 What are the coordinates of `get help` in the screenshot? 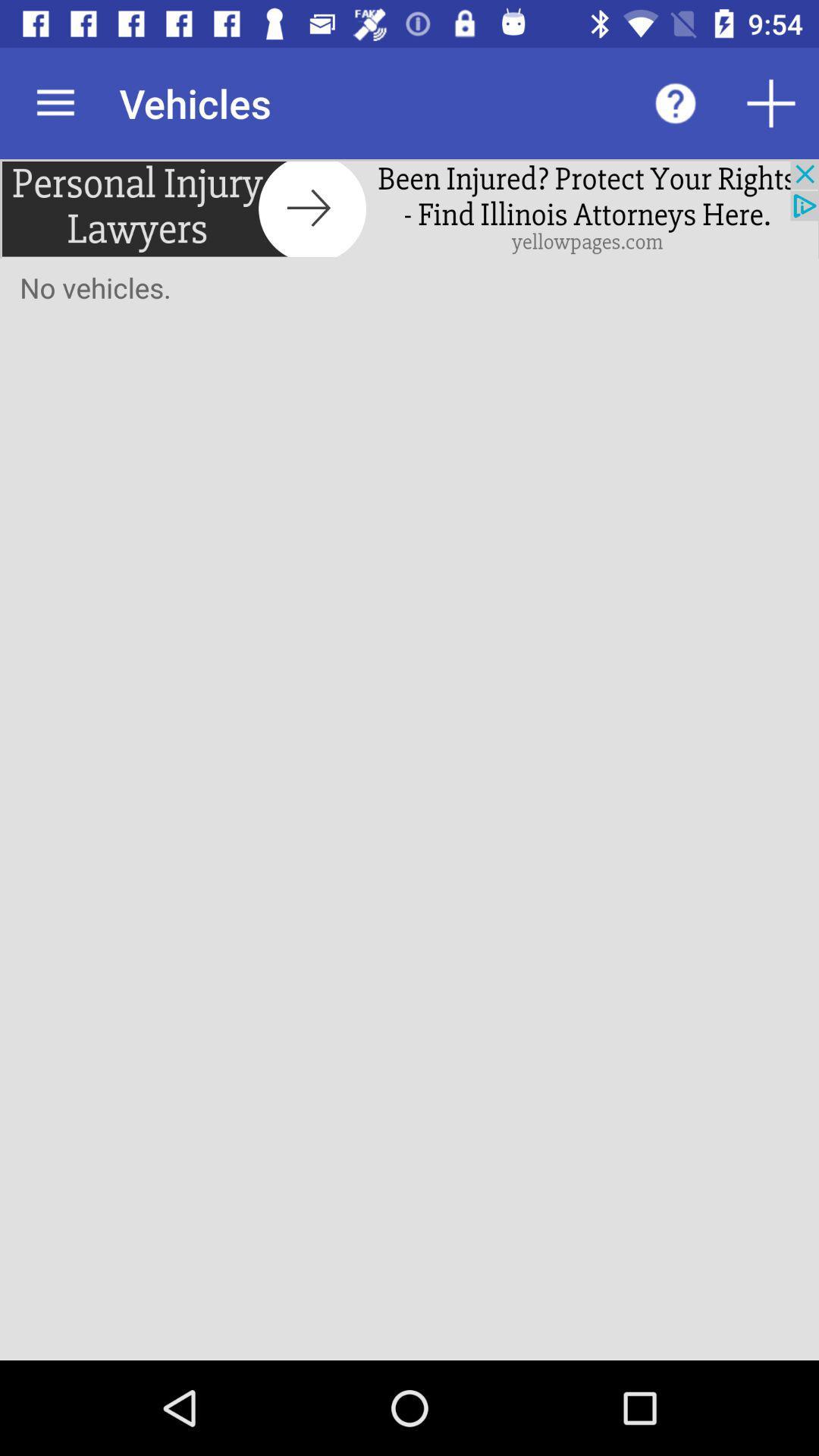 It's located at (675, 102).